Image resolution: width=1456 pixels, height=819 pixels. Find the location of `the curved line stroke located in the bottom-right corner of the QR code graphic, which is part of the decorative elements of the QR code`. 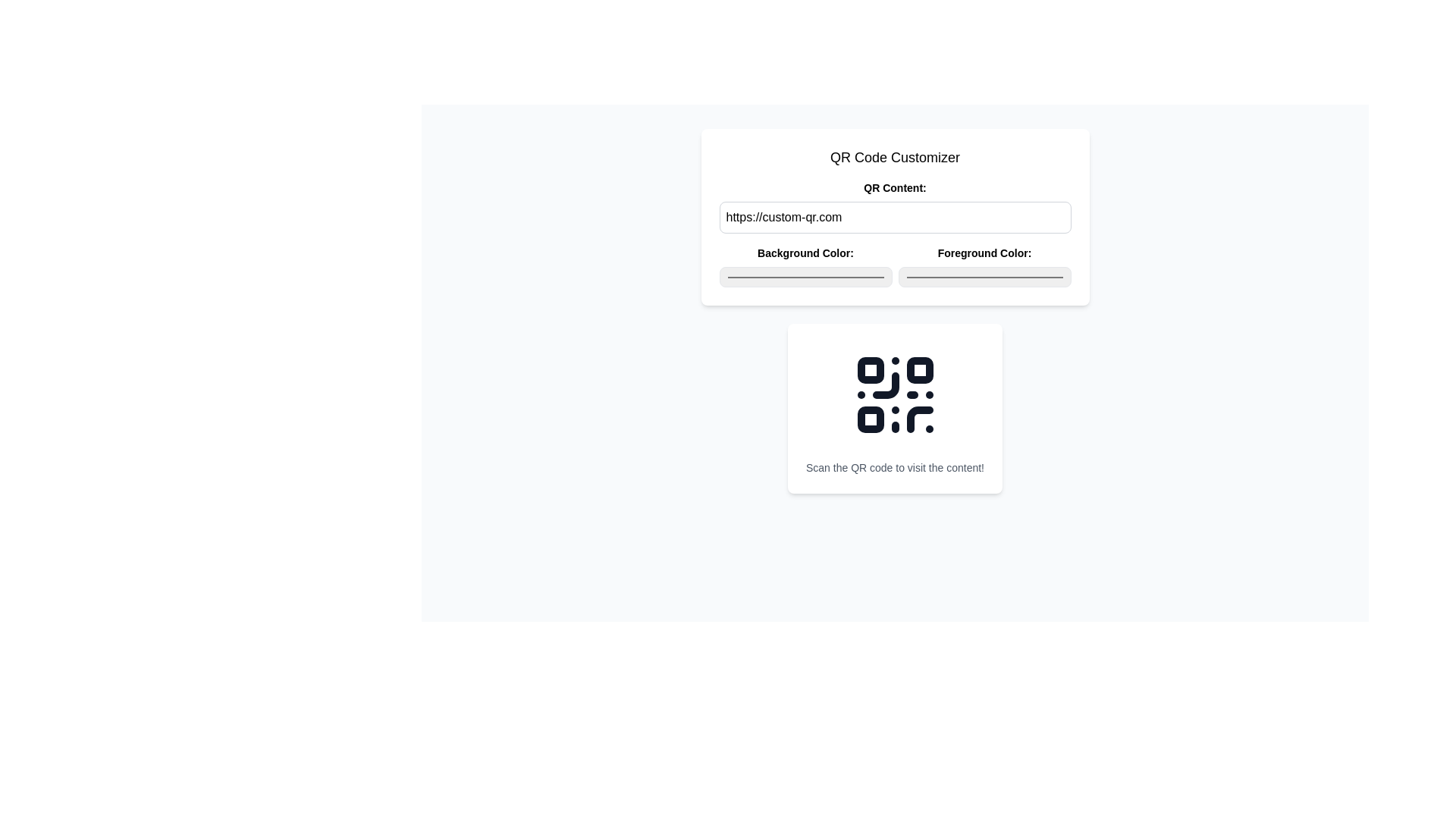

the curved line stroke located in the bottom-right corner of the QR code graphic, which is part of the decorative elements of the QR code is located at coordinates (919, 419).